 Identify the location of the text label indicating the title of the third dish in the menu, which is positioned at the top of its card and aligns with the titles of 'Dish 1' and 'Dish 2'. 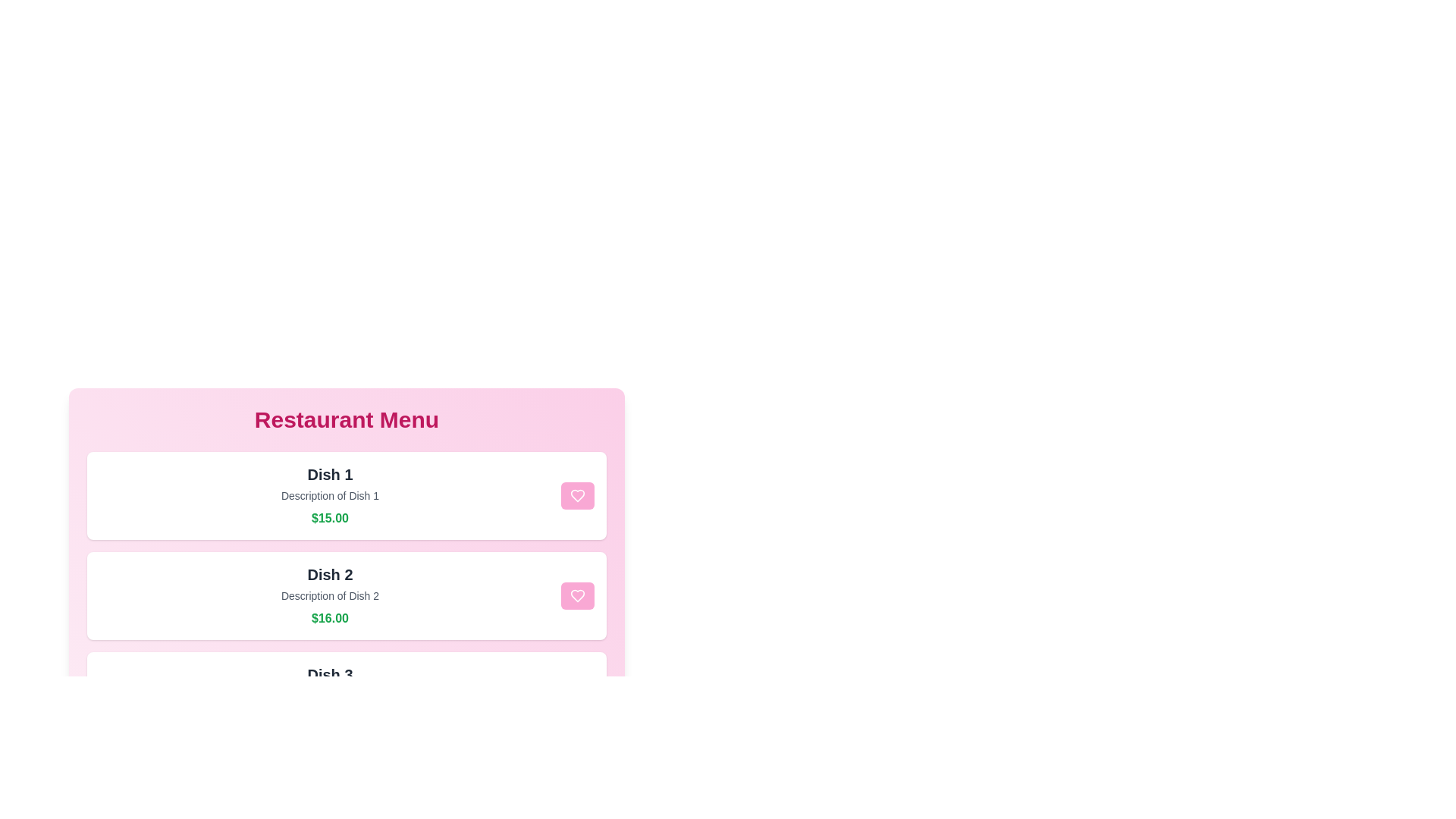
(329, 674).